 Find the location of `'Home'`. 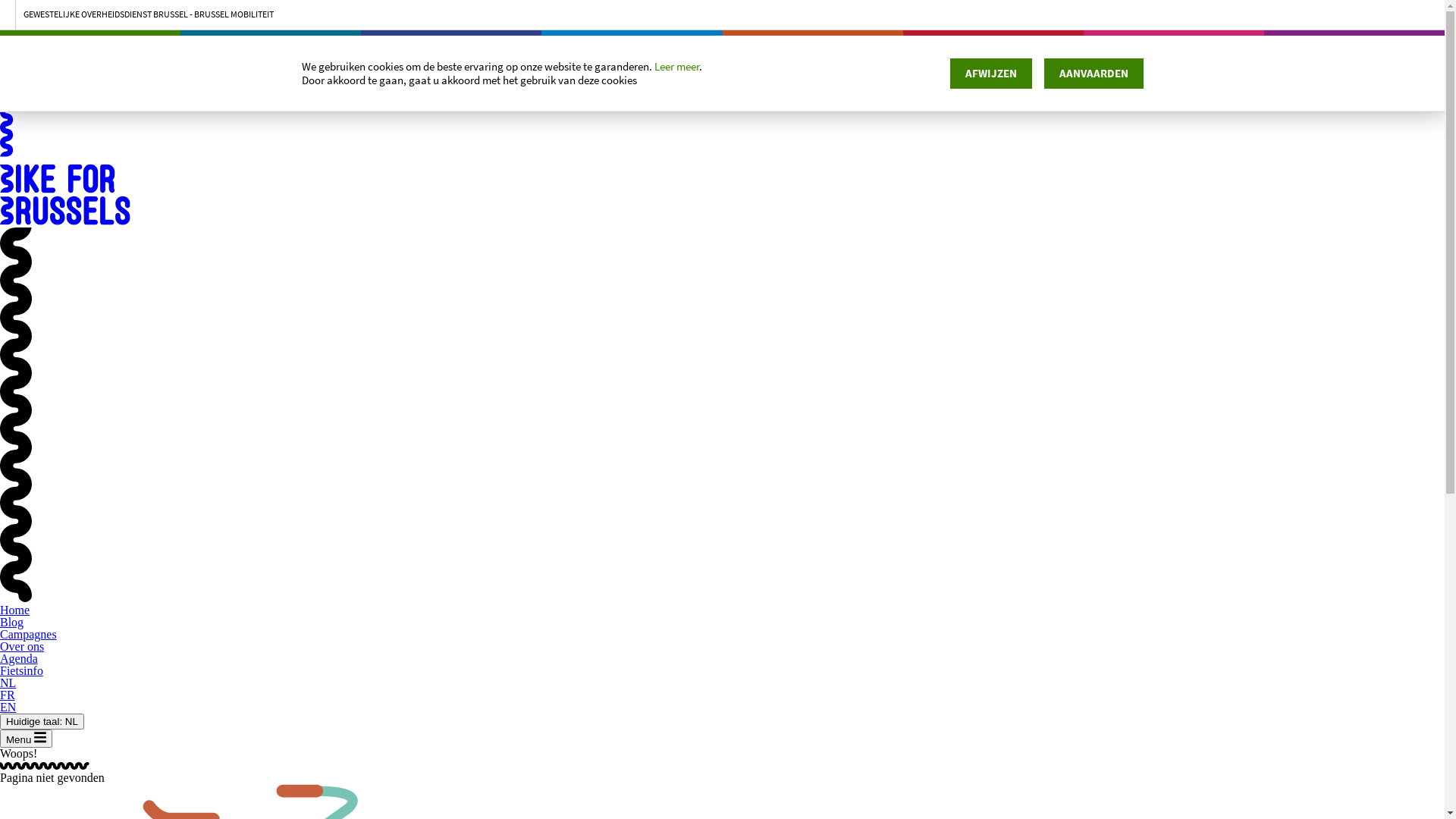

'Home' is located at coordinates (0, 609).